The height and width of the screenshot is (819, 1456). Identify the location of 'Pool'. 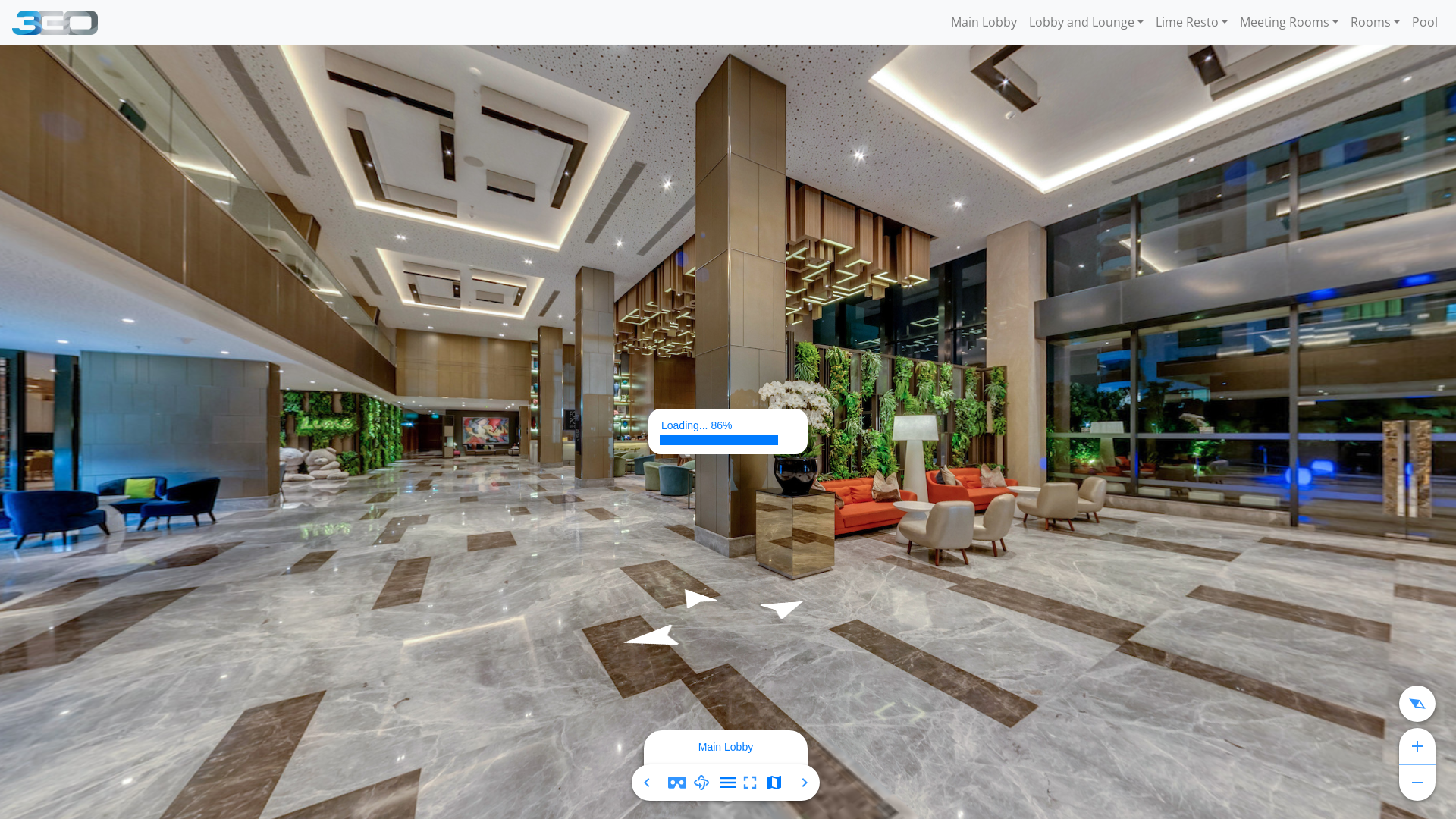
(1423, 22).